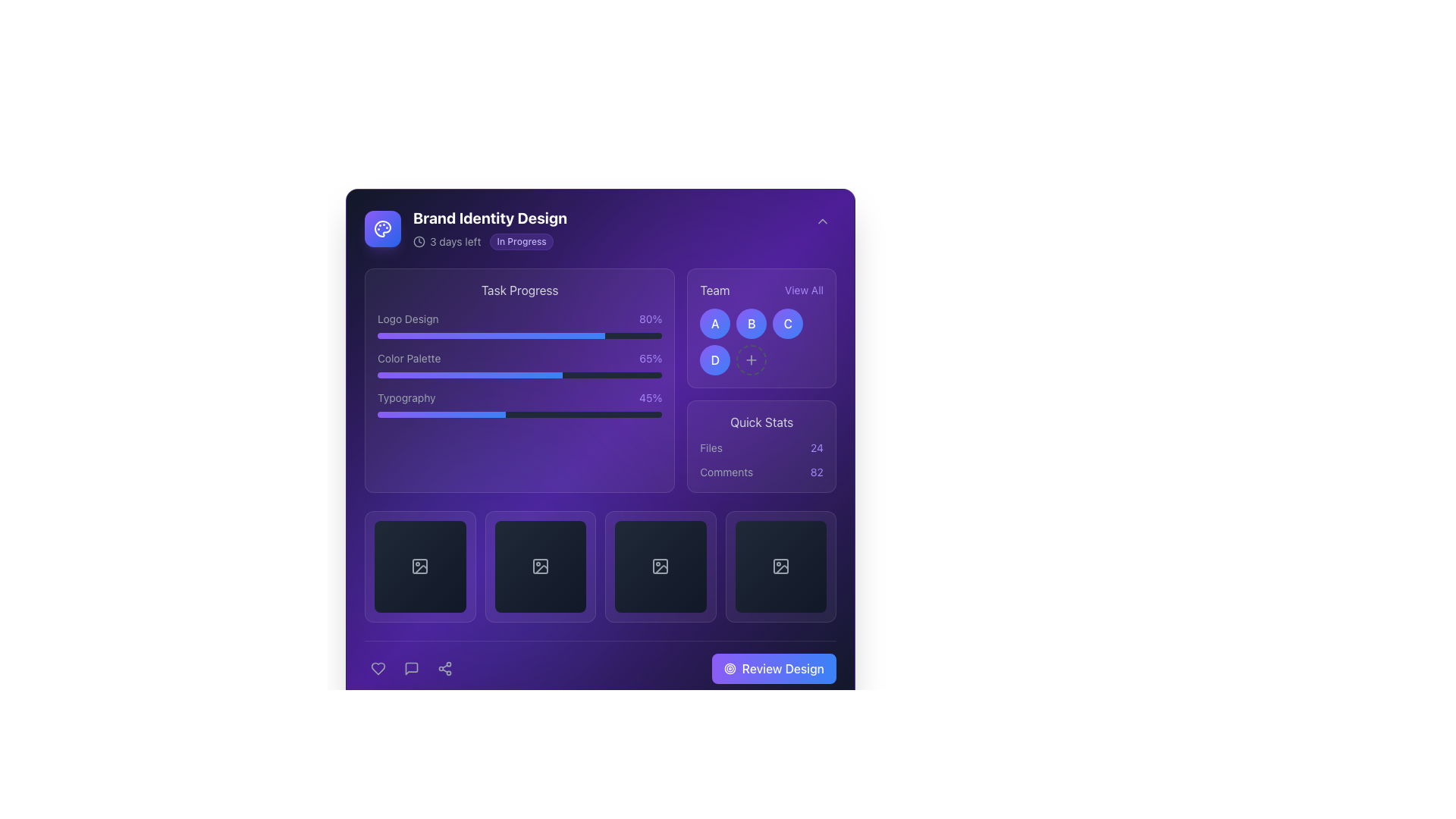  Describe the element at coordinates (540, 566) in the screenshot. I see `the Content Card Placeholder, which is the second element in a series of four evenly spaced items arranged horizontally at the bottom of the interface, located below the 'Task Progress' section` at that location.